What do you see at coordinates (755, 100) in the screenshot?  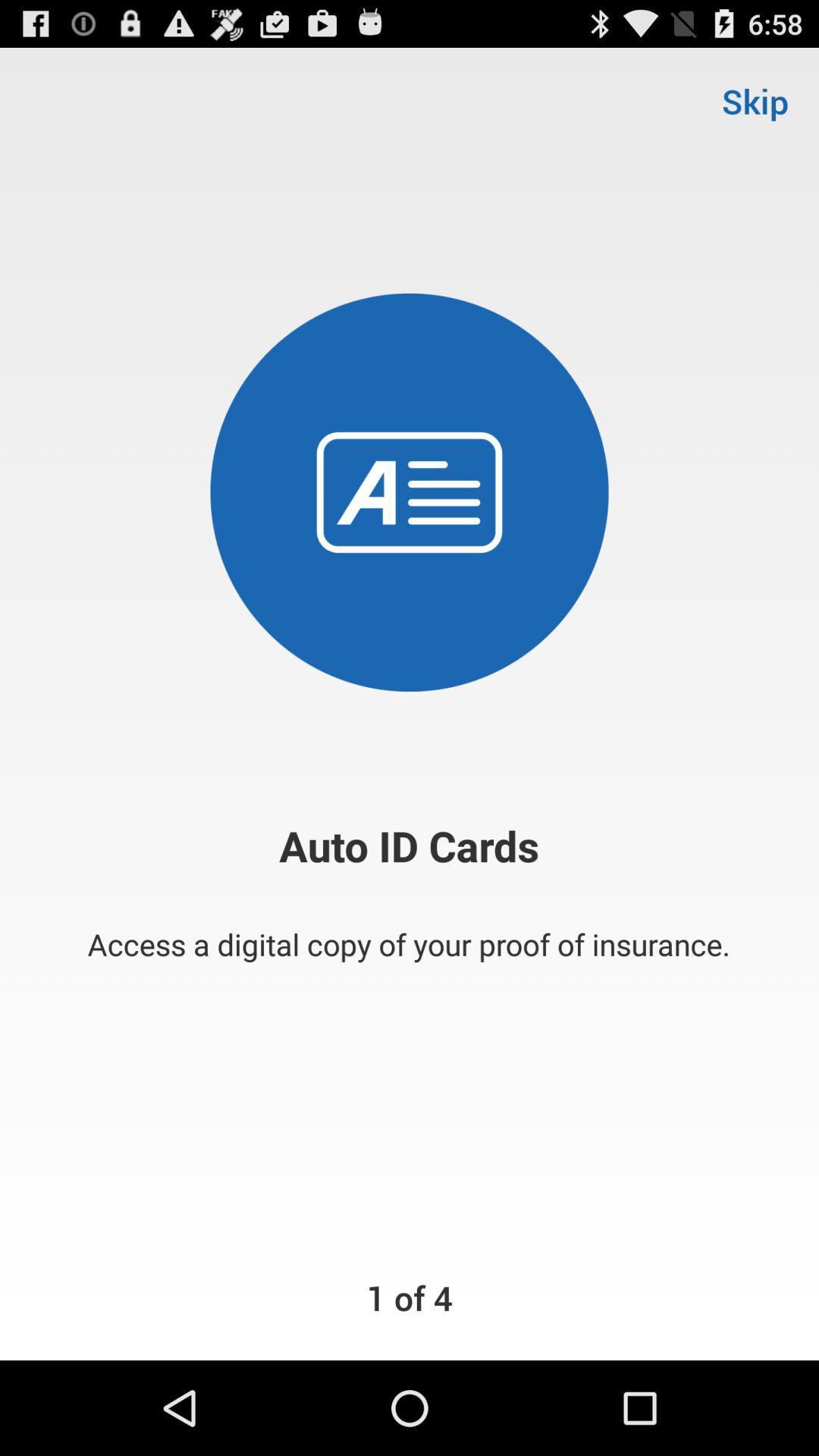 I see `skip icon` at bounding box center [755, 100].